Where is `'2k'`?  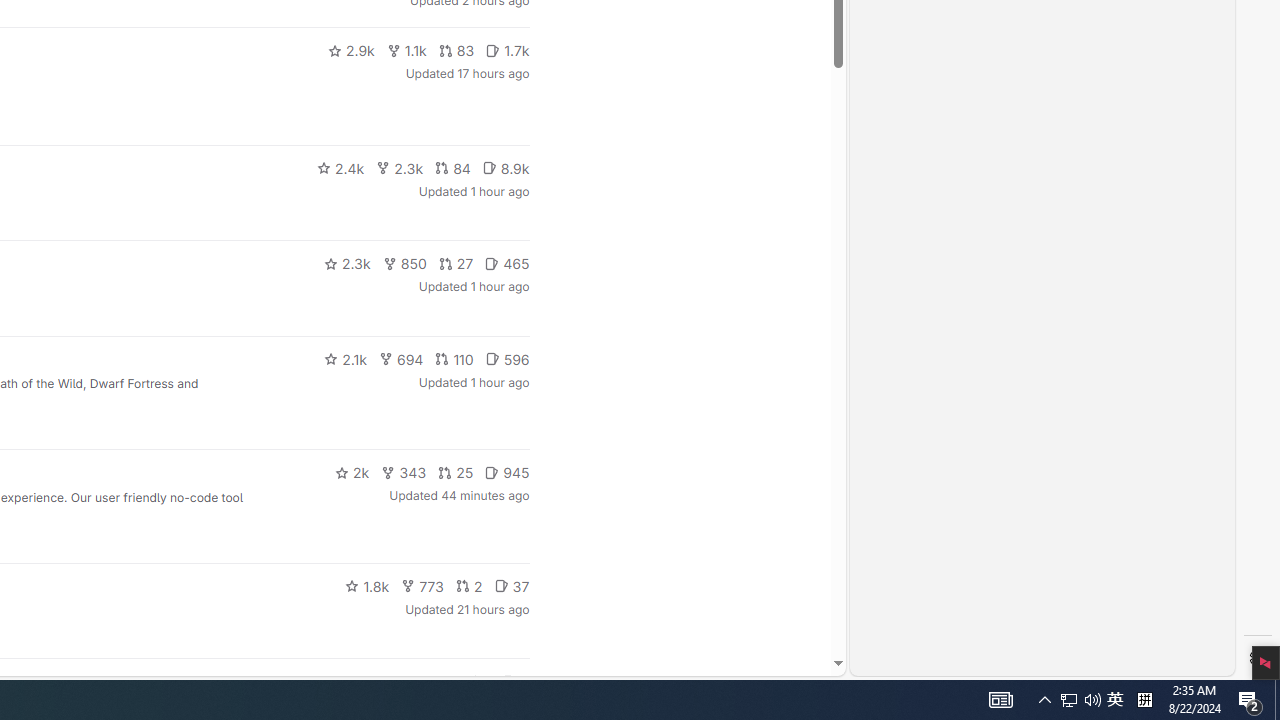 '2k' is located at coordinates (352, 473).